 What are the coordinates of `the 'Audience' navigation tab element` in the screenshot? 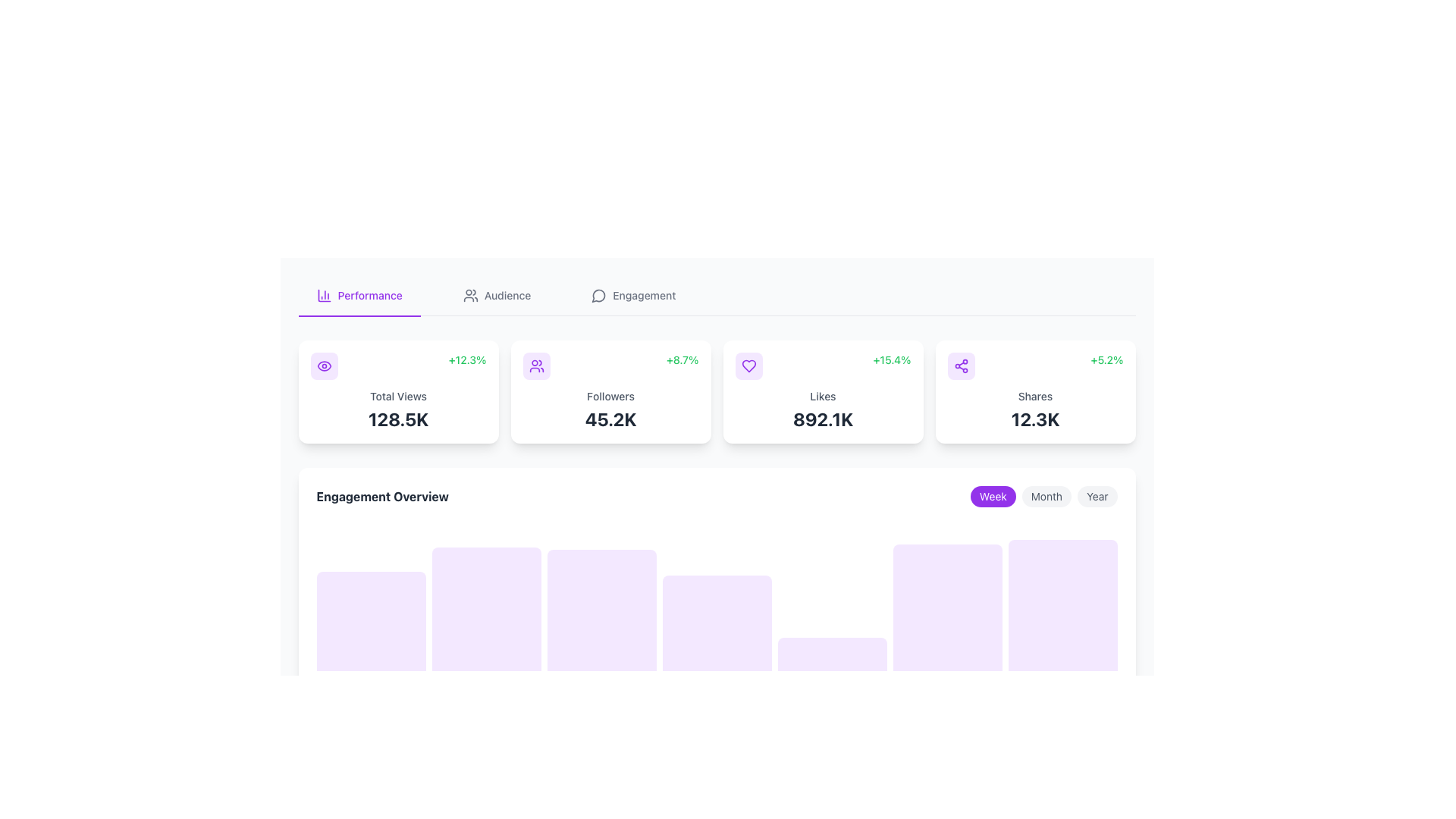 It's located at (497, 295).